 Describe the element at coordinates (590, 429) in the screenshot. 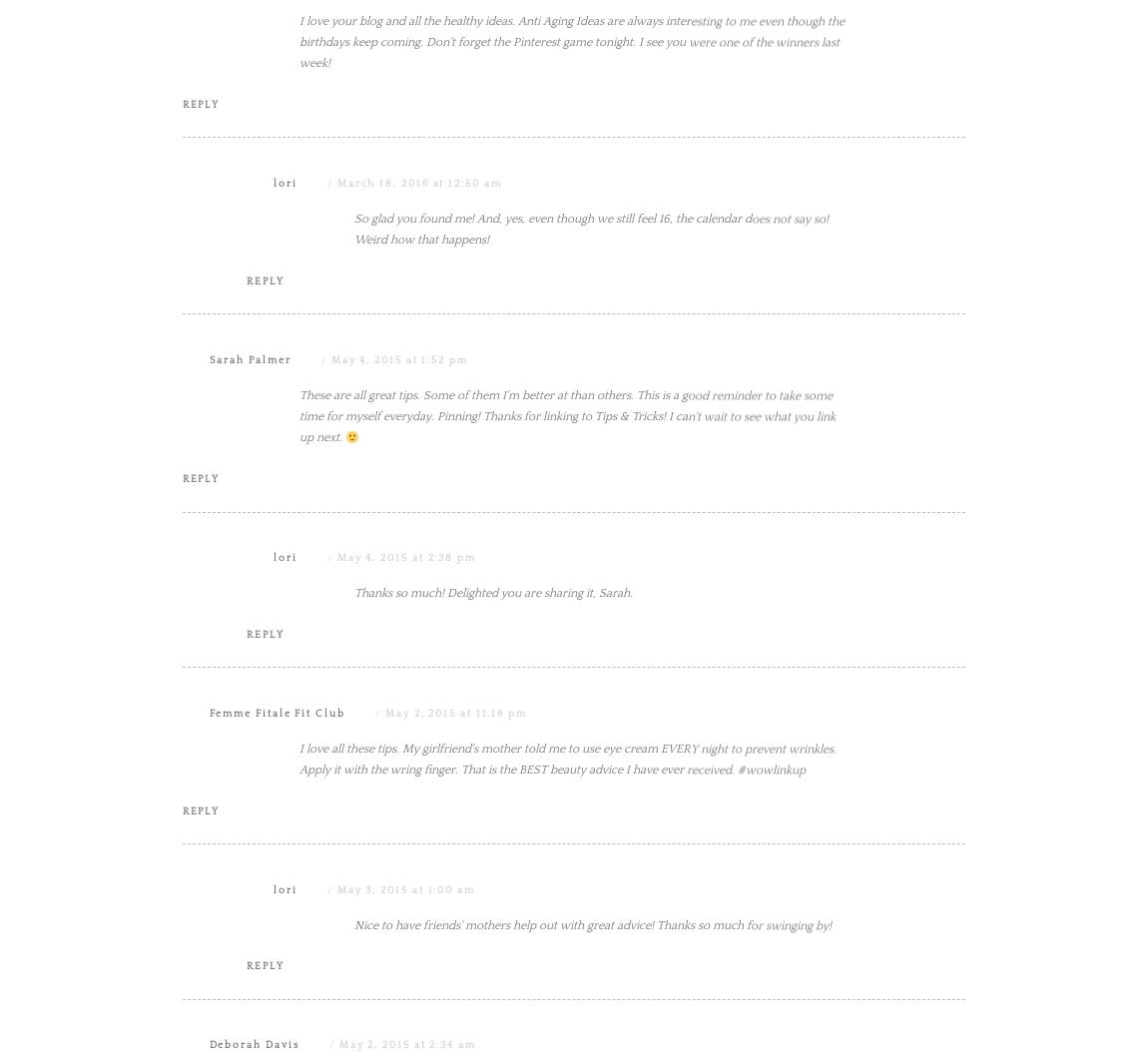

I see `'So glad you found me!  And, yes, even though we still feel 16, the calendar does not say so! Weird how that happens!'` at that location.